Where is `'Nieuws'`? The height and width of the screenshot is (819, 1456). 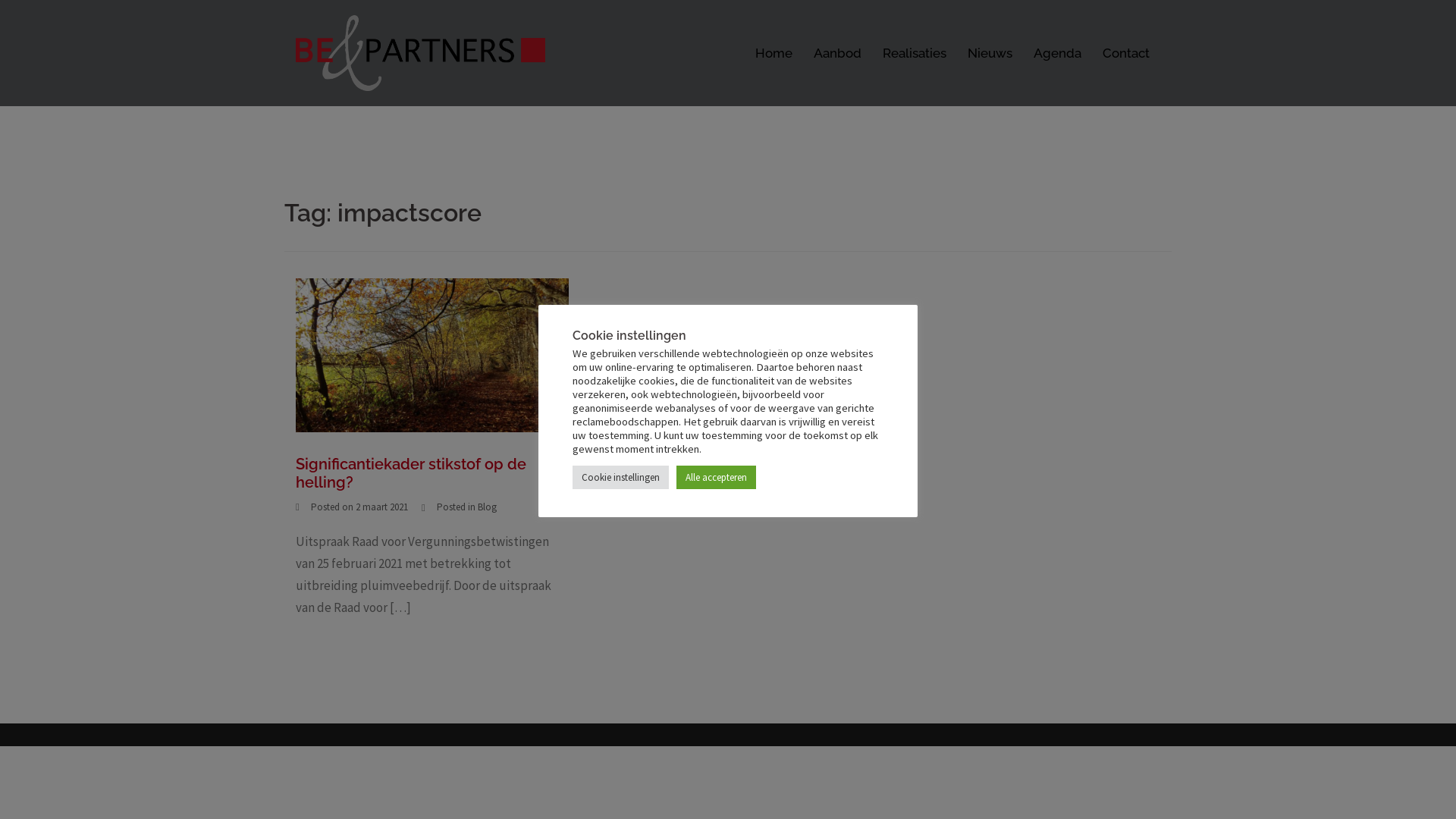 'Nieuws' is located at coordinates (990, 52).